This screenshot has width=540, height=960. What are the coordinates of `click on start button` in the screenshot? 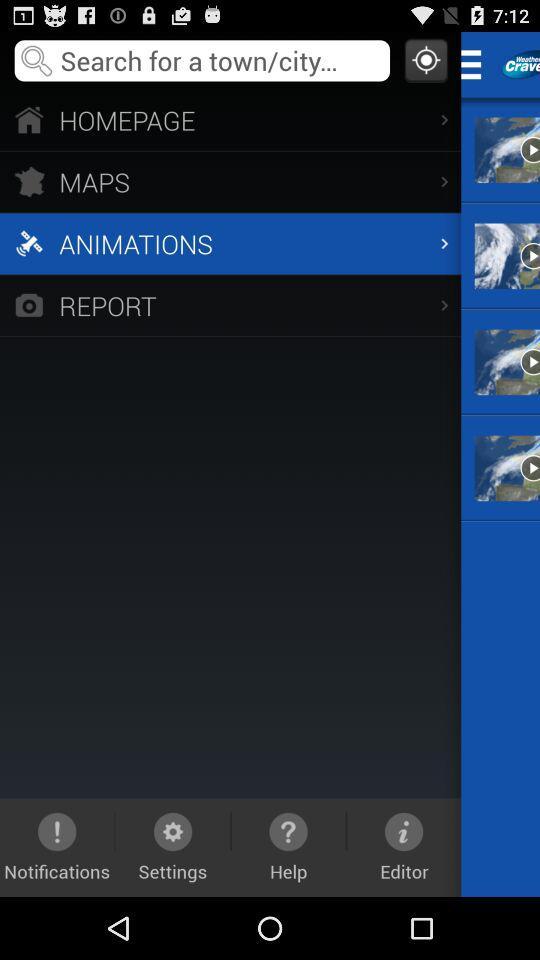 It's located at (476, 64).